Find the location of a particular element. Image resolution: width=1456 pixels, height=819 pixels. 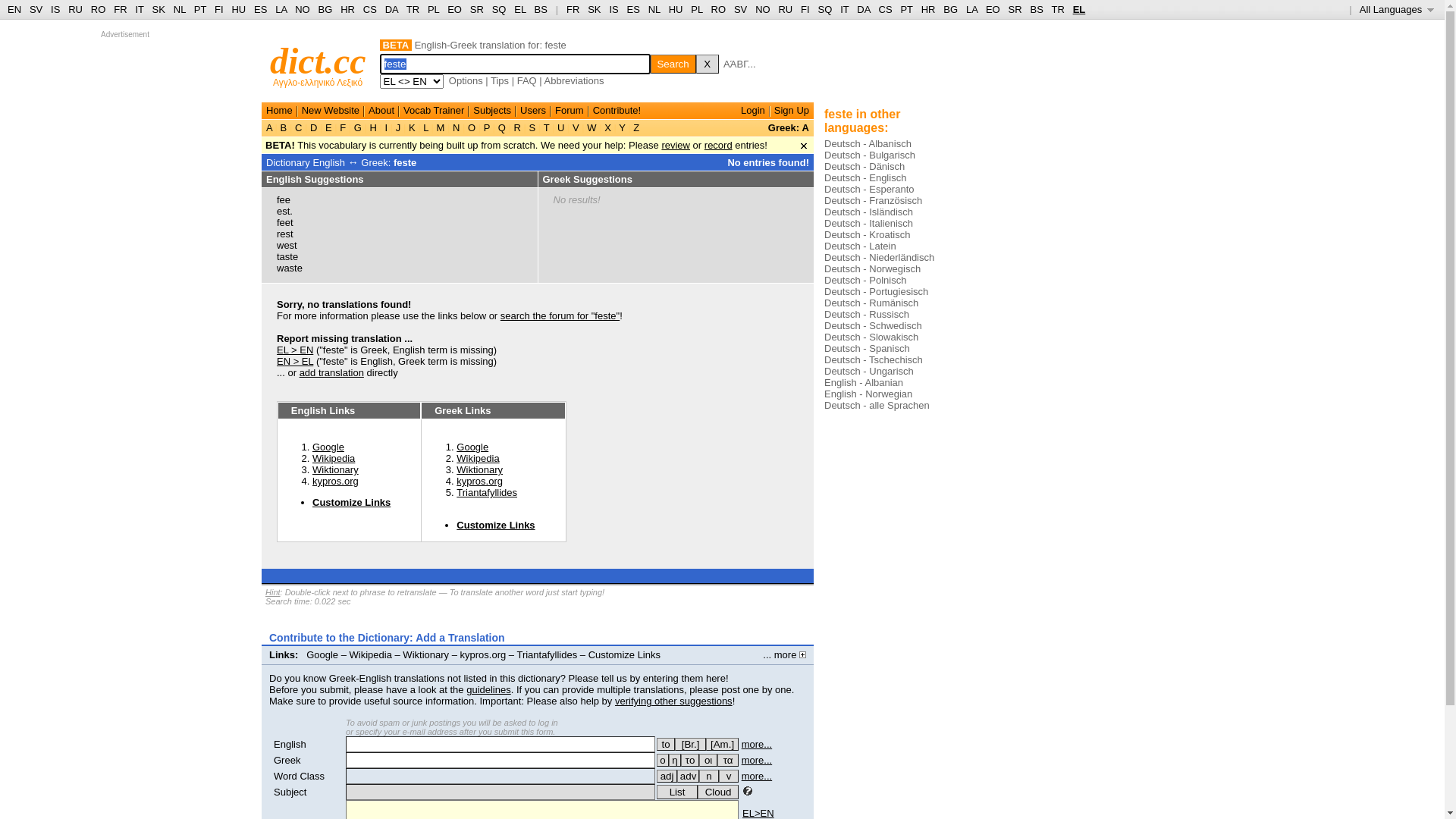

'Deutsch - Tschechisch' is located at coordinates (874, 359).